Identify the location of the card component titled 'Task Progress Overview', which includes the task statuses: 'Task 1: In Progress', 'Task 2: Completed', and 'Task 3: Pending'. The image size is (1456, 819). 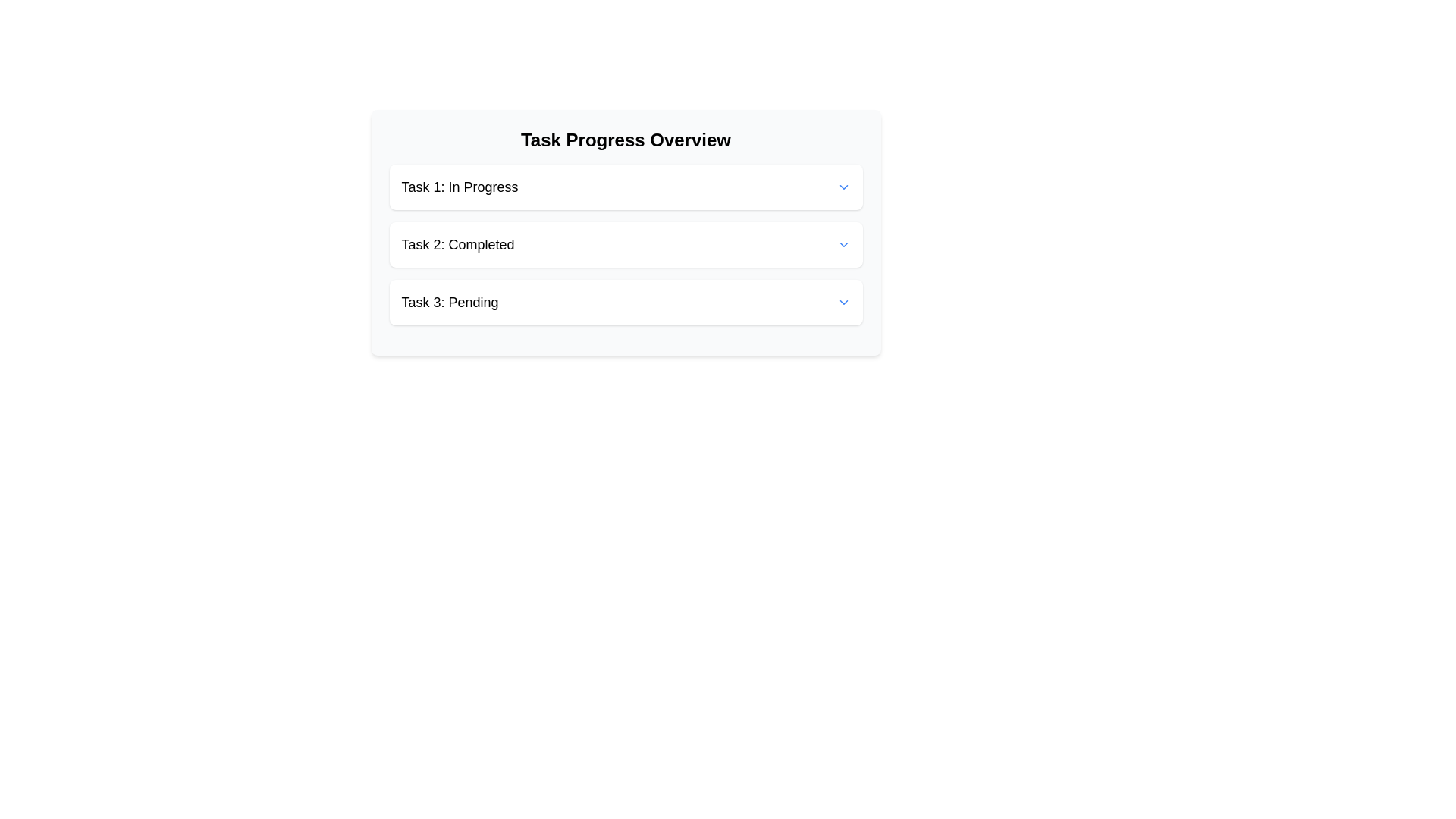
(626, 233).